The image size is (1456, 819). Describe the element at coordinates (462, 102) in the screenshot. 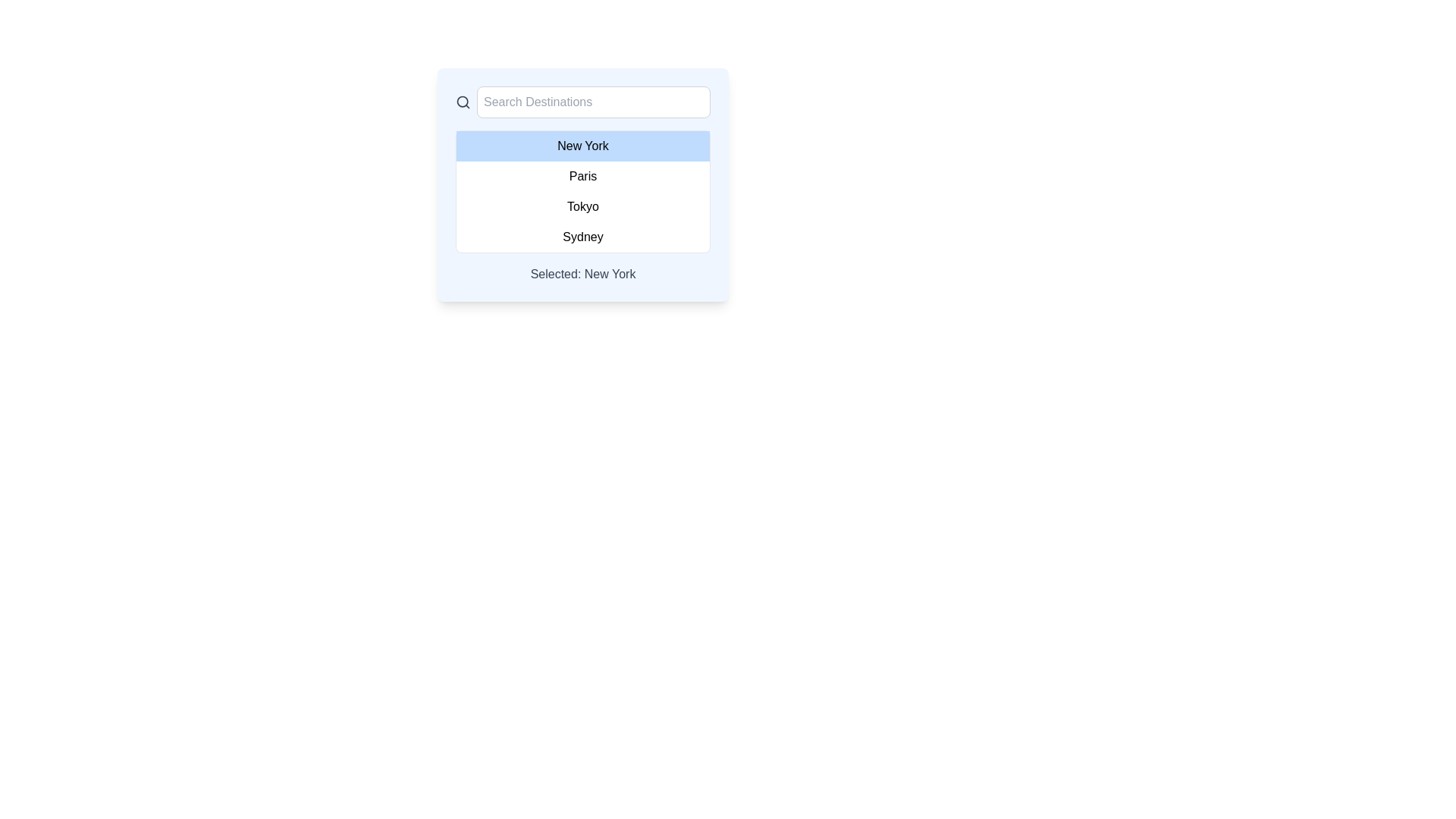

I see `the filled circle element within the SVG icon resembling a magnifying glass, which is part of the searchable dropdown component adjacent to the 'Search Destinations' input field` at that location.